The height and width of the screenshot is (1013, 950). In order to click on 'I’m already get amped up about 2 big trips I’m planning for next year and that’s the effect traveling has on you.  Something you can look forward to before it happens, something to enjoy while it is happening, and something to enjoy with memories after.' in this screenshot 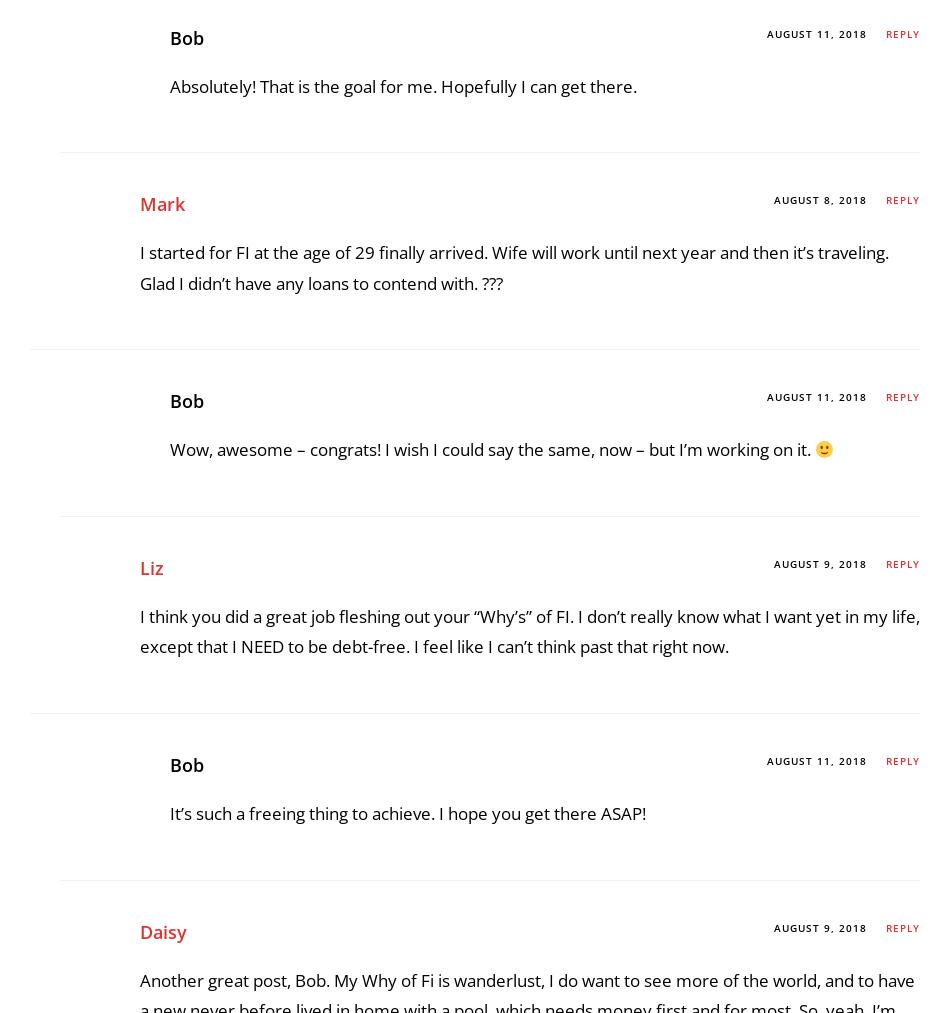, I will do `click(519, 87)`.